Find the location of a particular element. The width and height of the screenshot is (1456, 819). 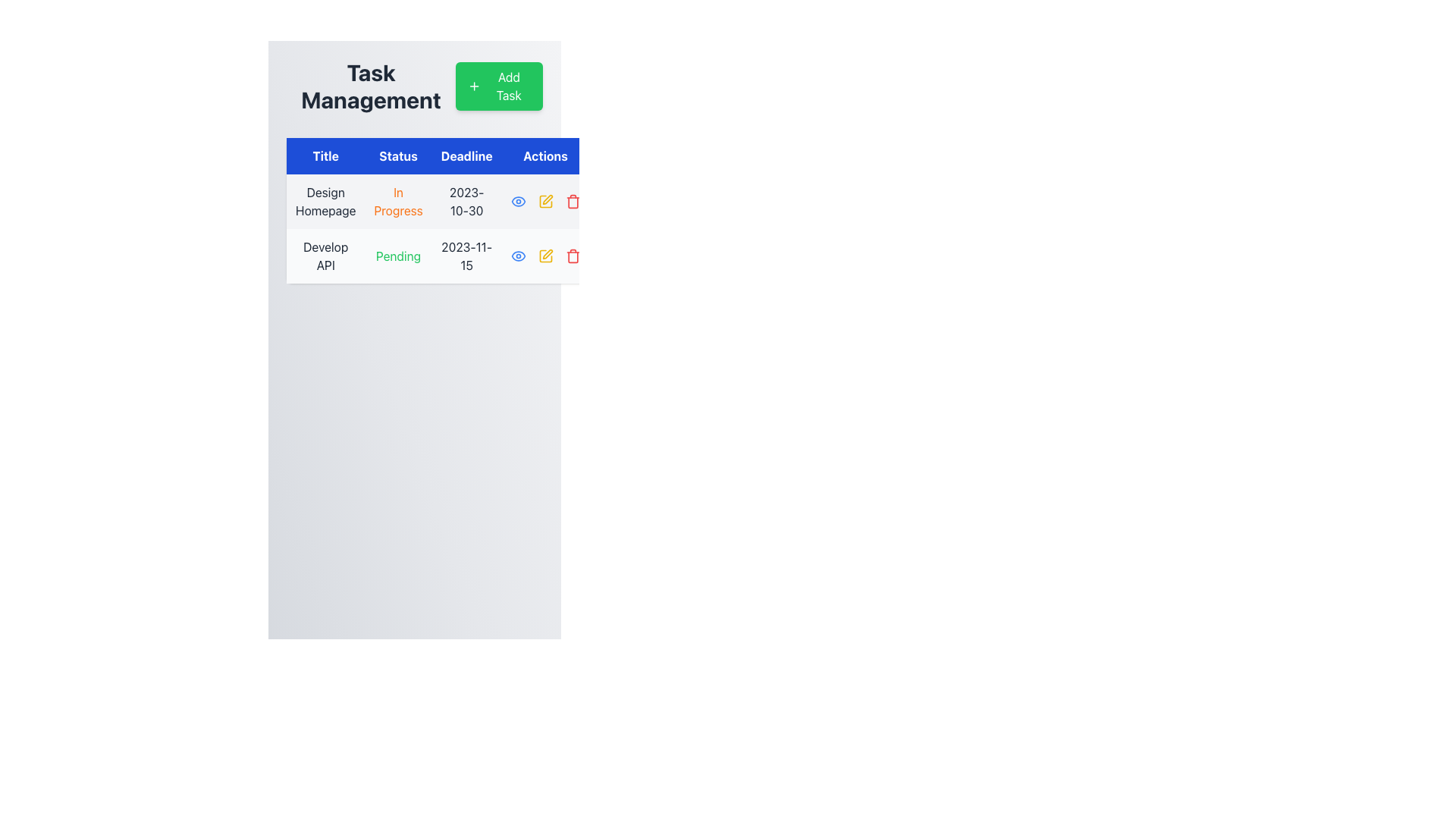

the edit icon located in the 'Actions' column of the second row in the table, which is positioned between a blue eye icon and a red trash icon, to initiate edit mode for the task 'Develop API' is located at coordinates (545, 256).